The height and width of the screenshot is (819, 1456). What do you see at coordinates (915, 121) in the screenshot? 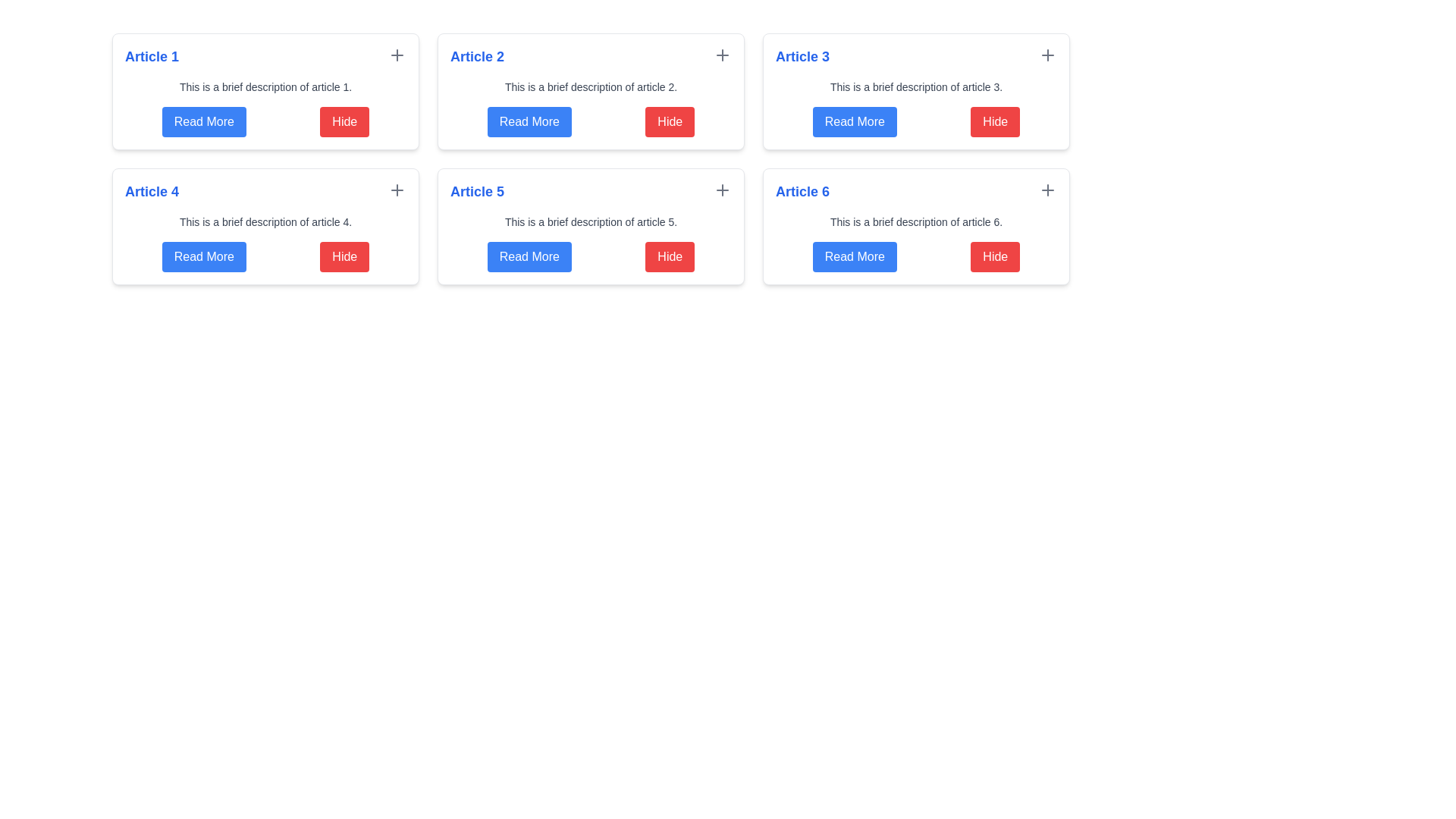
I see `the 'Hide' button located in the button group at the bottom of the 'Article 3' card` at bounding box center [915, 121].